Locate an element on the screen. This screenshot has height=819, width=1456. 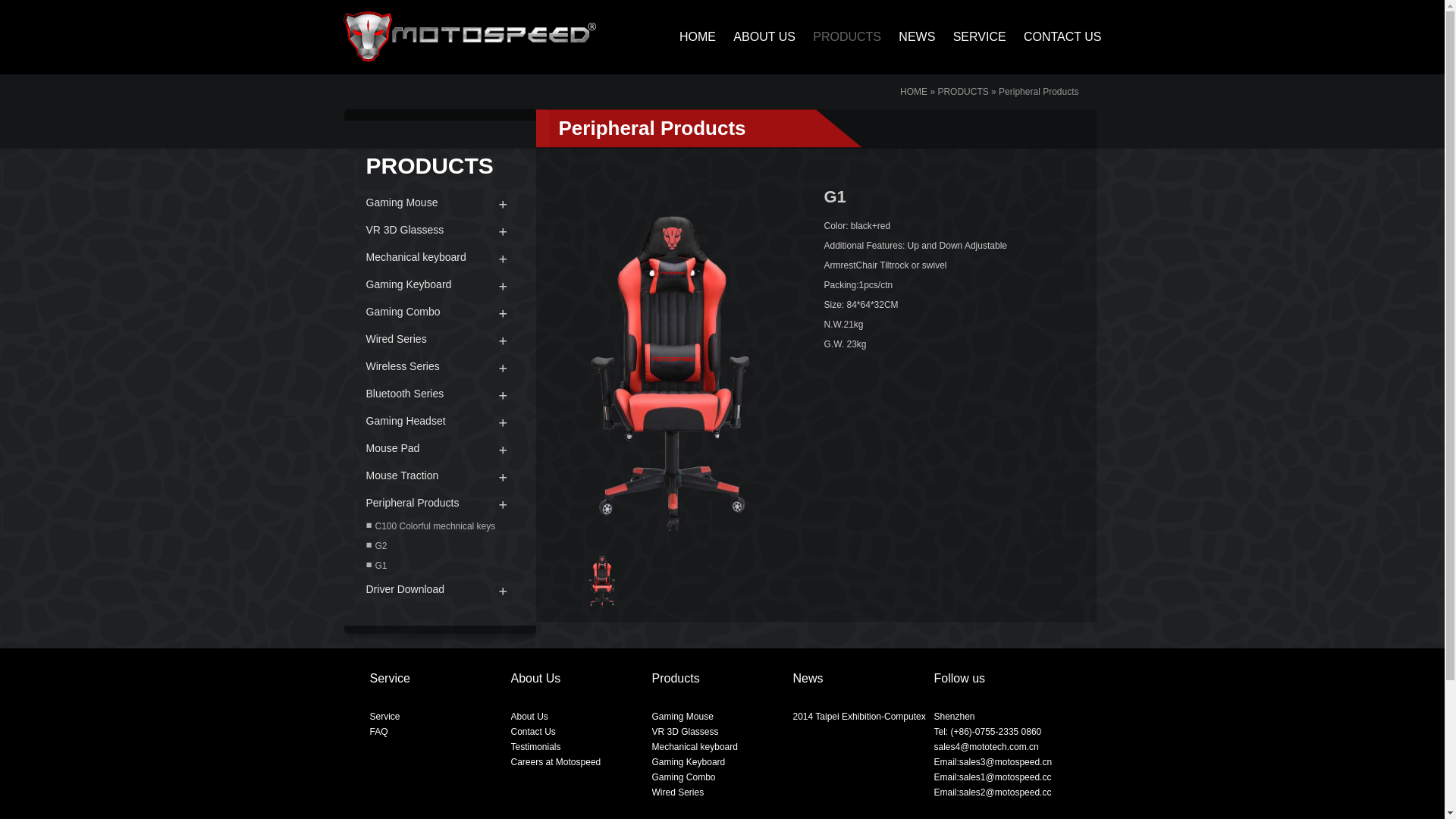
'Gaming Keyboard' is located at coordinates (688, 762).